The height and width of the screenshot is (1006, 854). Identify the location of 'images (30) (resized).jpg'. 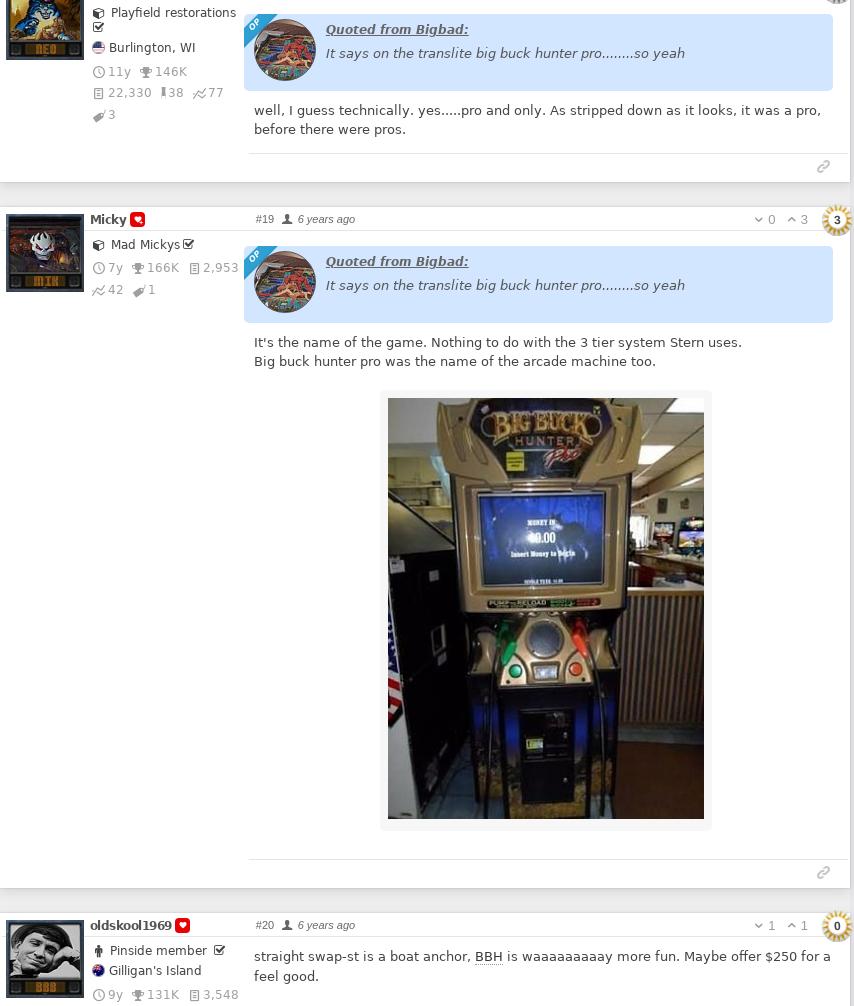
(567, 807).